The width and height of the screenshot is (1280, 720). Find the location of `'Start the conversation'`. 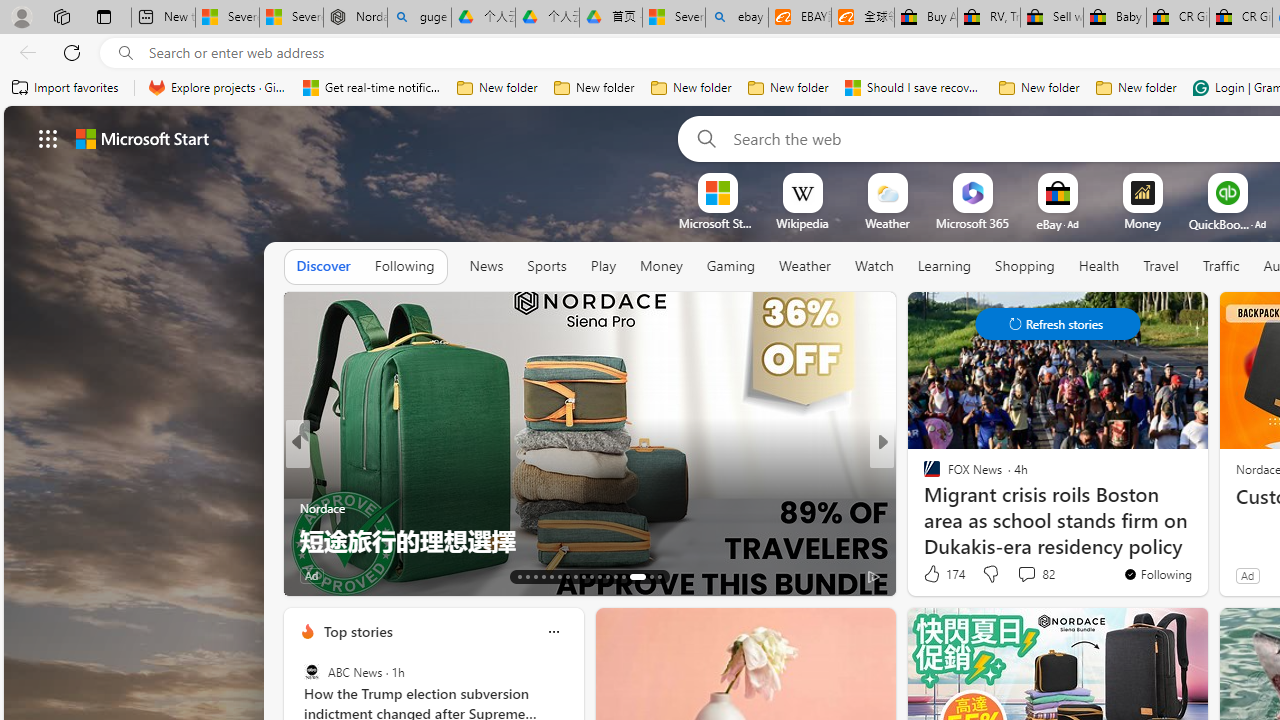

'Start the conversation' is located at coordinates (997, 575).